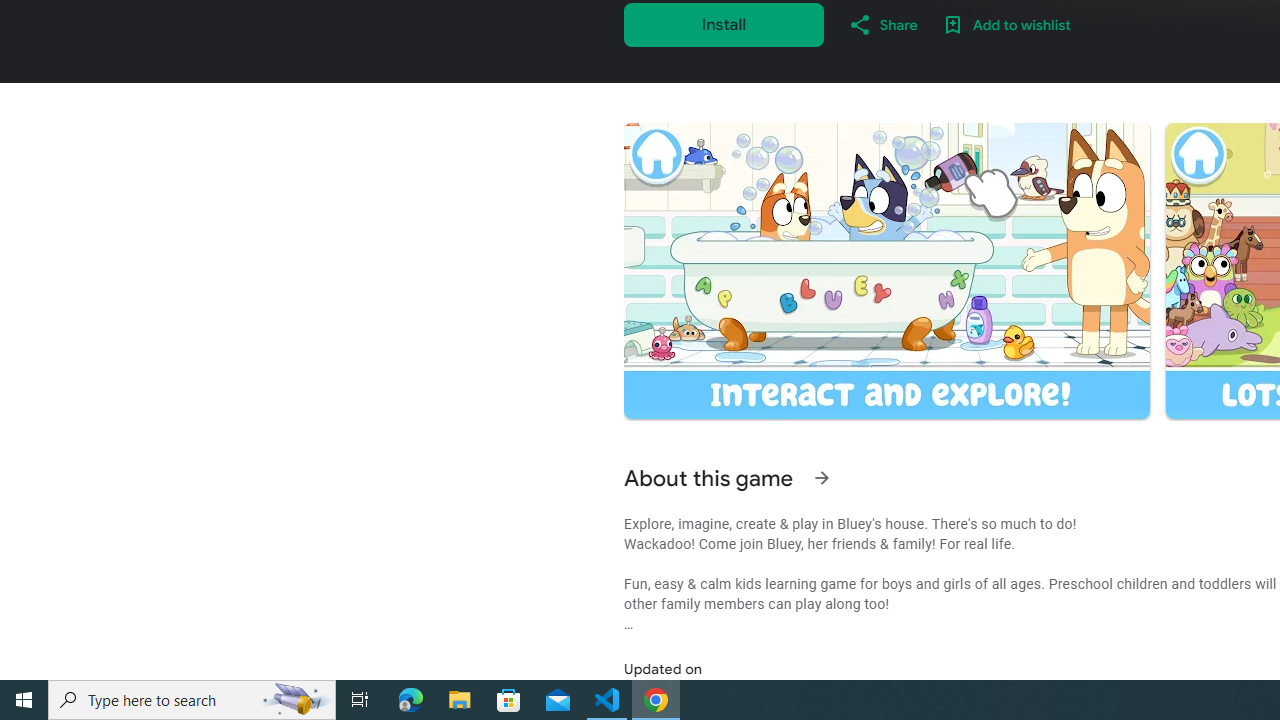 Image resolution: width=1280 pixels, height=720 pixels. I want to click on 'See more information on About this game', so click(821, 478).